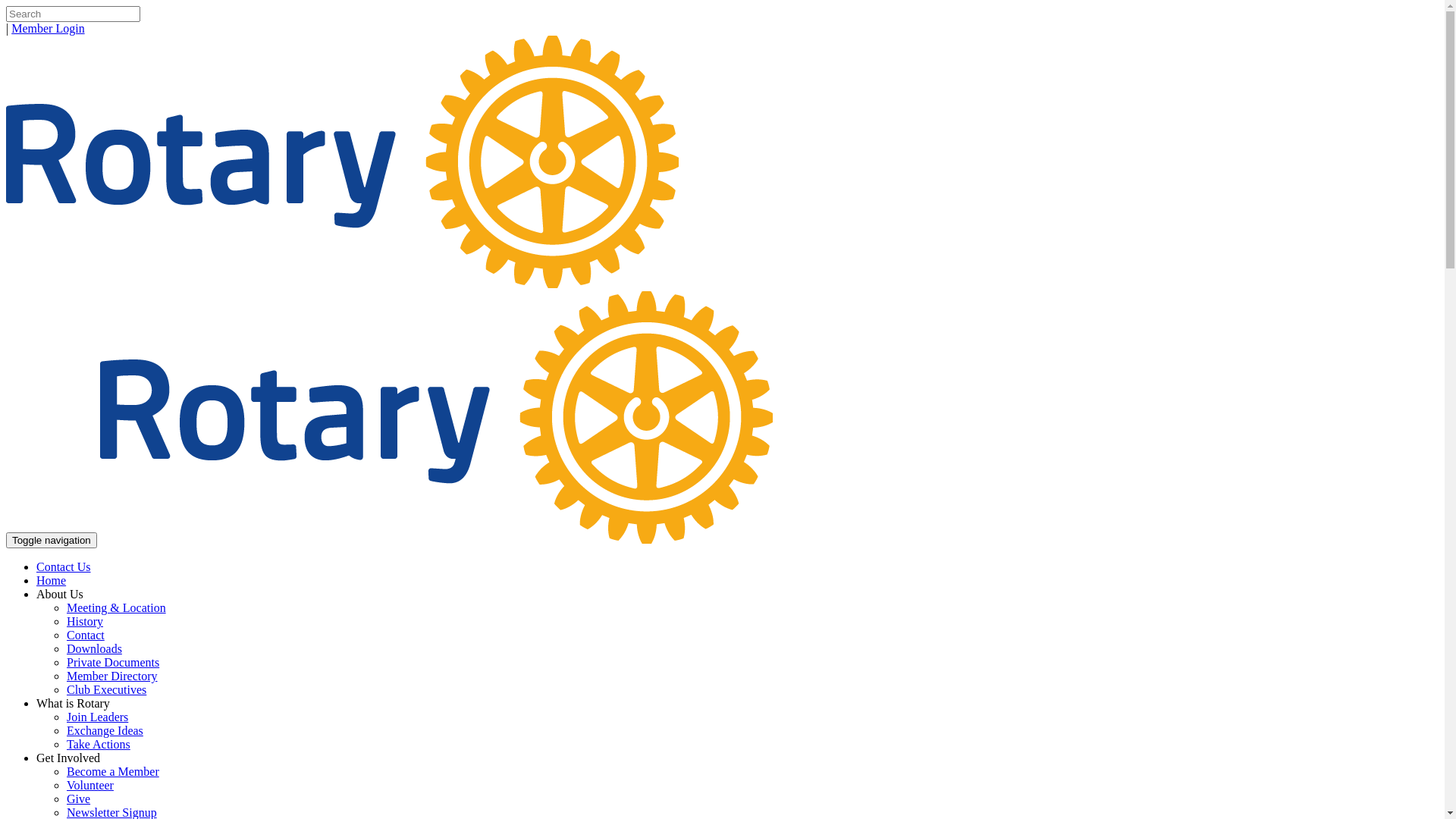 The height and width of the screenshot is (819, 1456). Describe the element at coordinates (93, 648) in the screenshot. I see `'Downloads'` at that location.